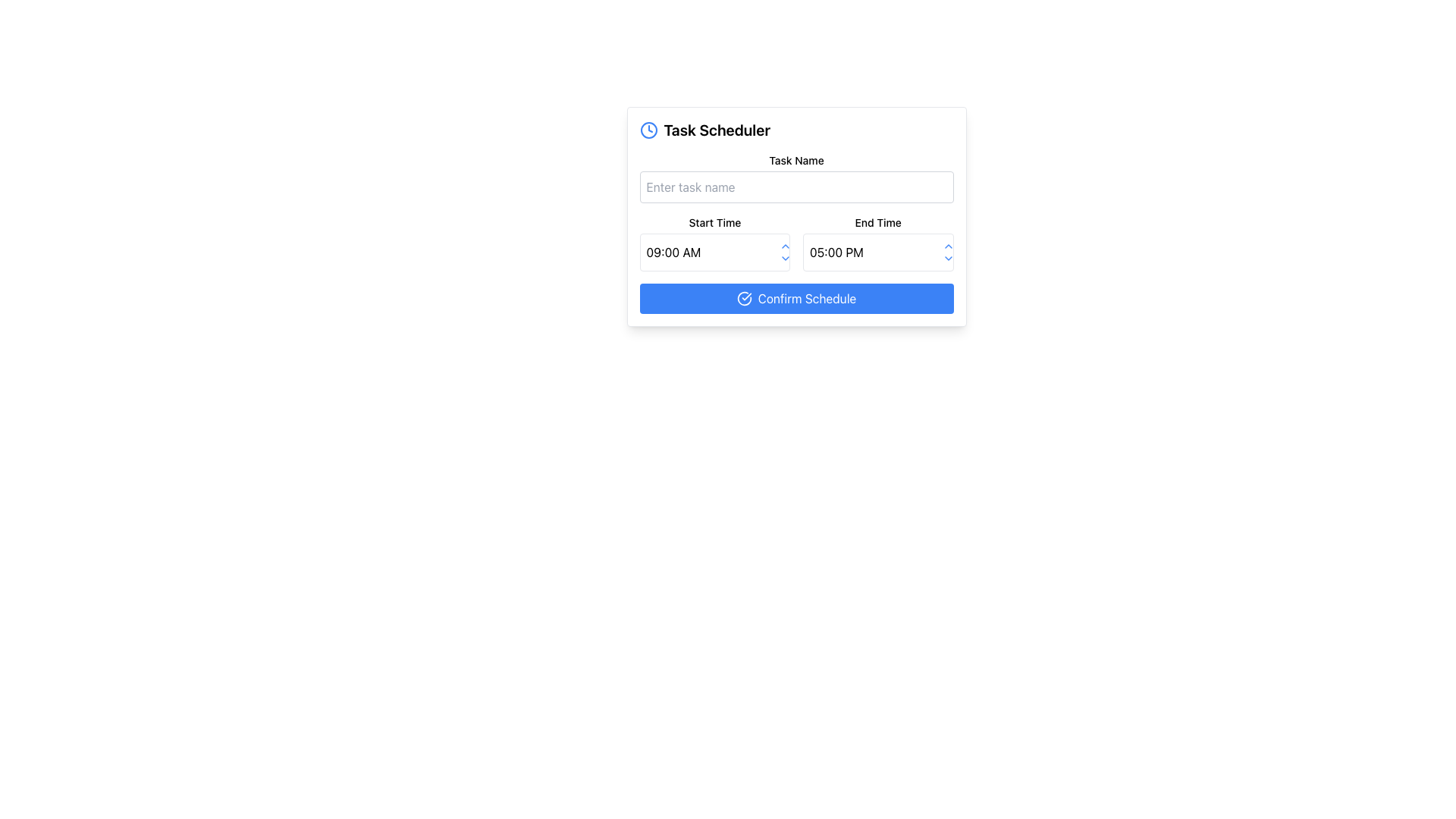  I want to click on the downward-facing blue chevron icon adjacent to the 'End Time' input field, so click(947, 257).